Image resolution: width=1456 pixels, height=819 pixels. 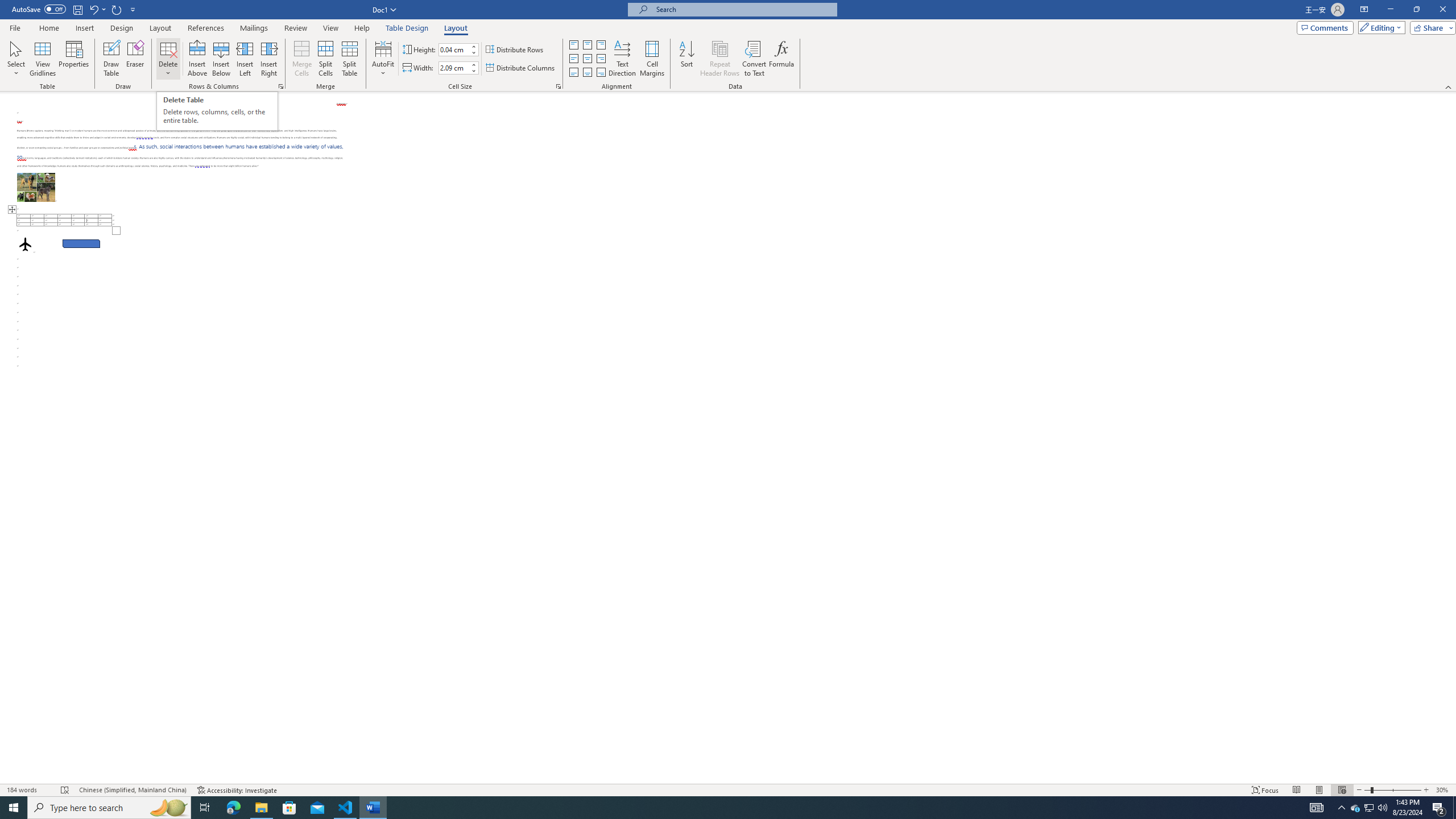 What do you see at coordinates (97, 9) in the screenshot?
I see `'Undo Row Height Spinner'` at bounding box center [97, 9].